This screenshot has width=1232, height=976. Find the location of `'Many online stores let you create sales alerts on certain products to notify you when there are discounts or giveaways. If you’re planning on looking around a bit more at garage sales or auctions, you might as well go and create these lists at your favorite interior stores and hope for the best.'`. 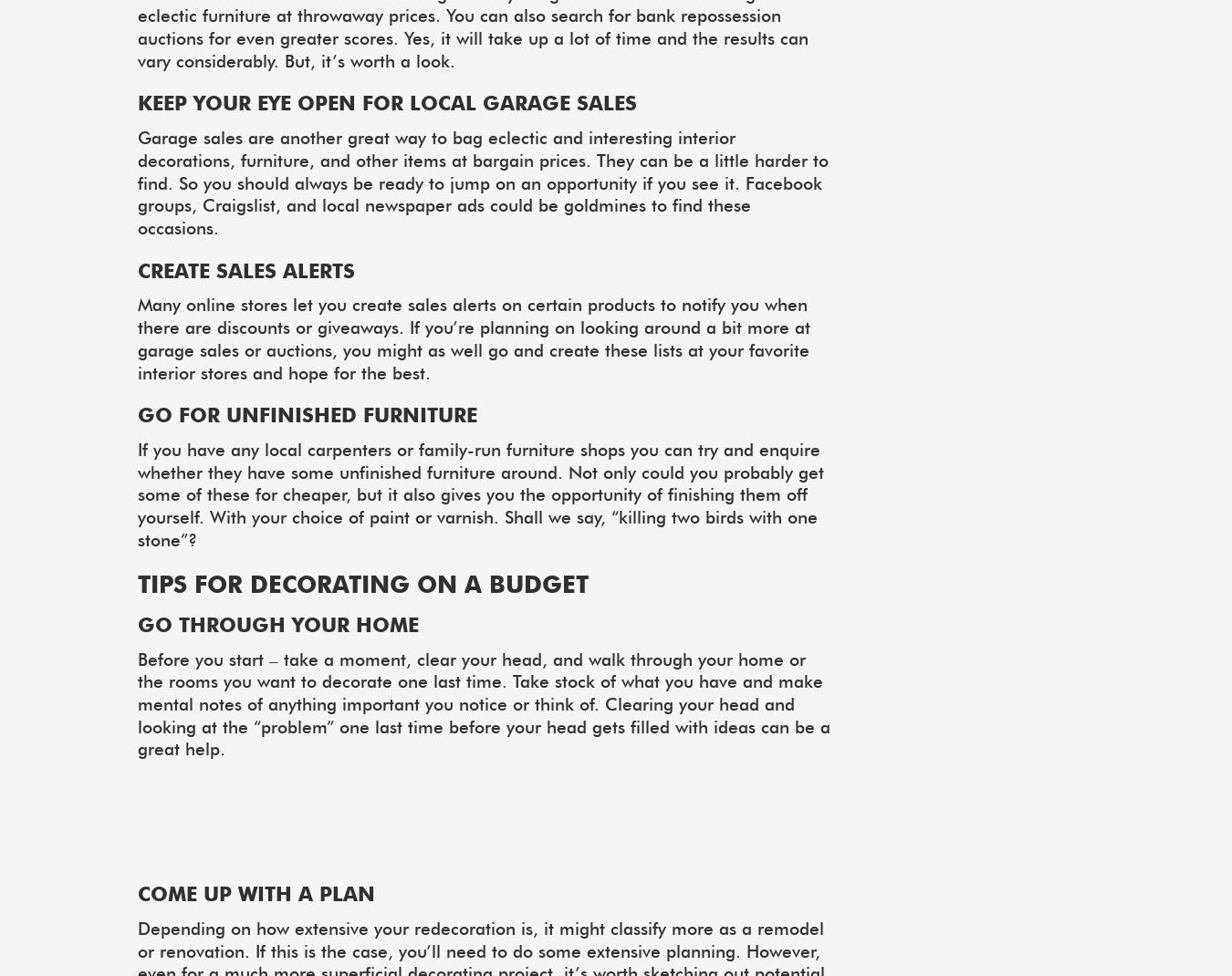

'Many online stores let you create sales alerts on certain products to notify you when there are discounts or giveaways. If you’re planning on looking around a bit more at garage sales or auctions, you might as well go and create these lists at your favorite interior stores and hope for the best.' is located at coordinates (473, 337).